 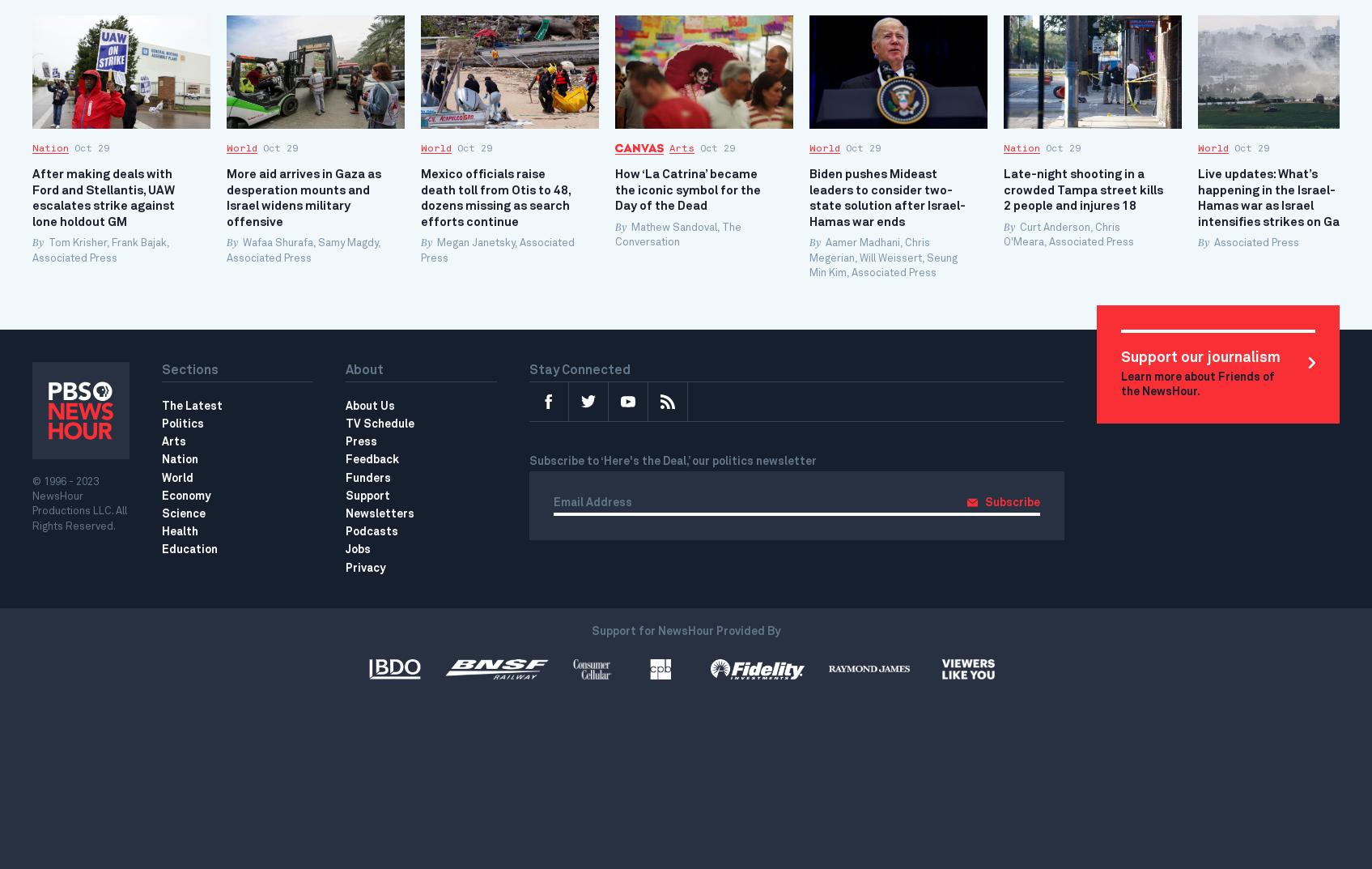 What do you see at coordinates (344, 567) in the screenshot?
I see `'Privacy'` at bounding box center [344, 567].